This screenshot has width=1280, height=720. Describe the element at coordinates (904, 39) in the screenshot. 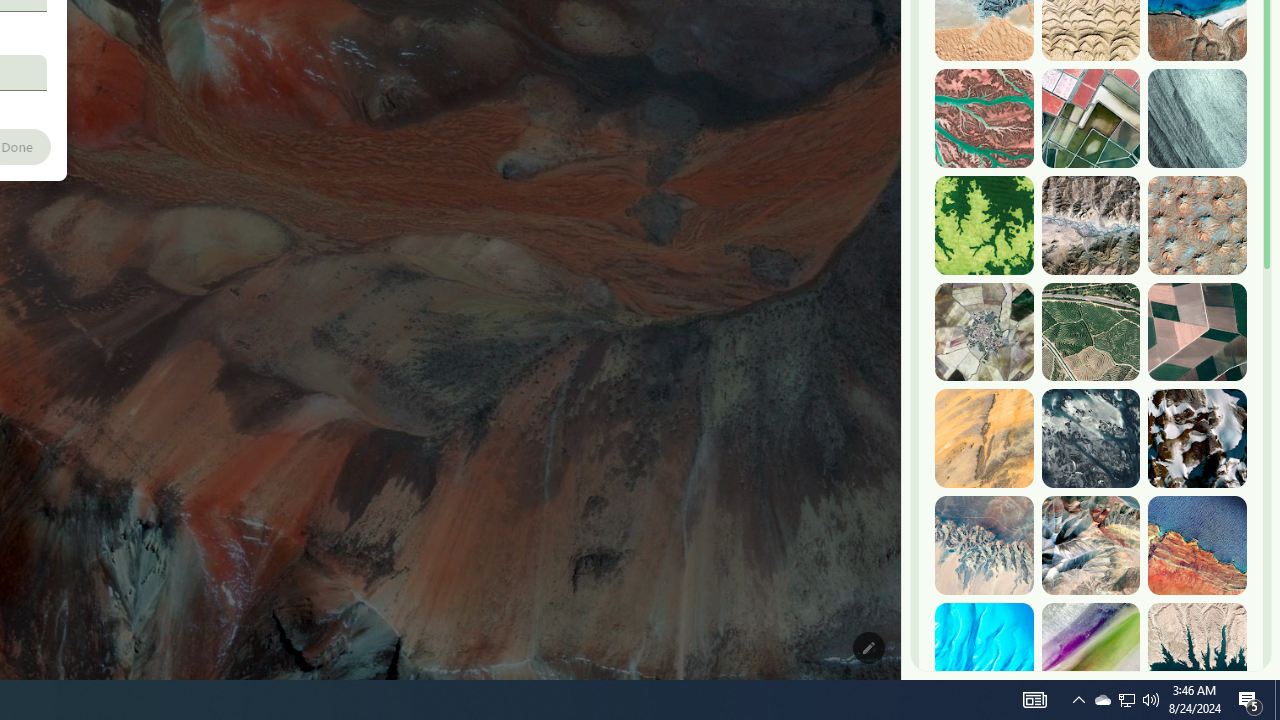

I see `'Side Panel Resize Handle'` at that location.